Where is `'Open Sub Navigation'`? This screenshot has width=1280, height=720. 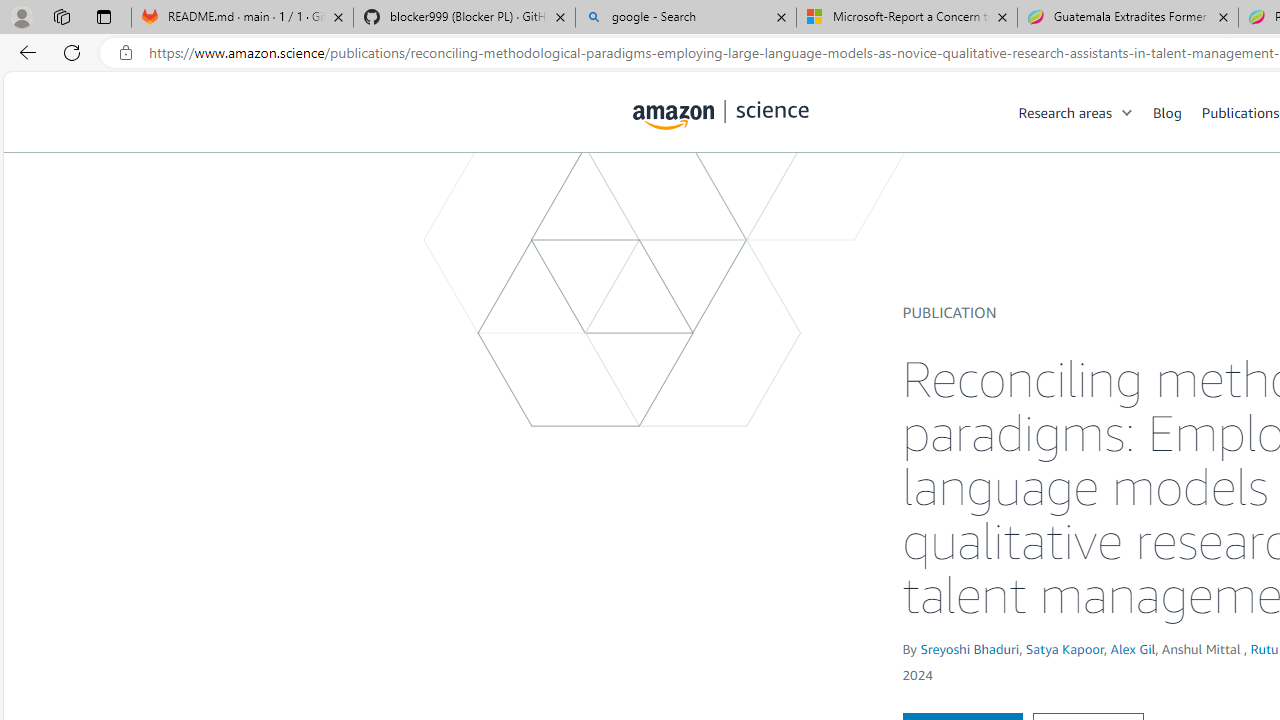
'Open Sub Navigation' is located at coordinates (1128, 111).